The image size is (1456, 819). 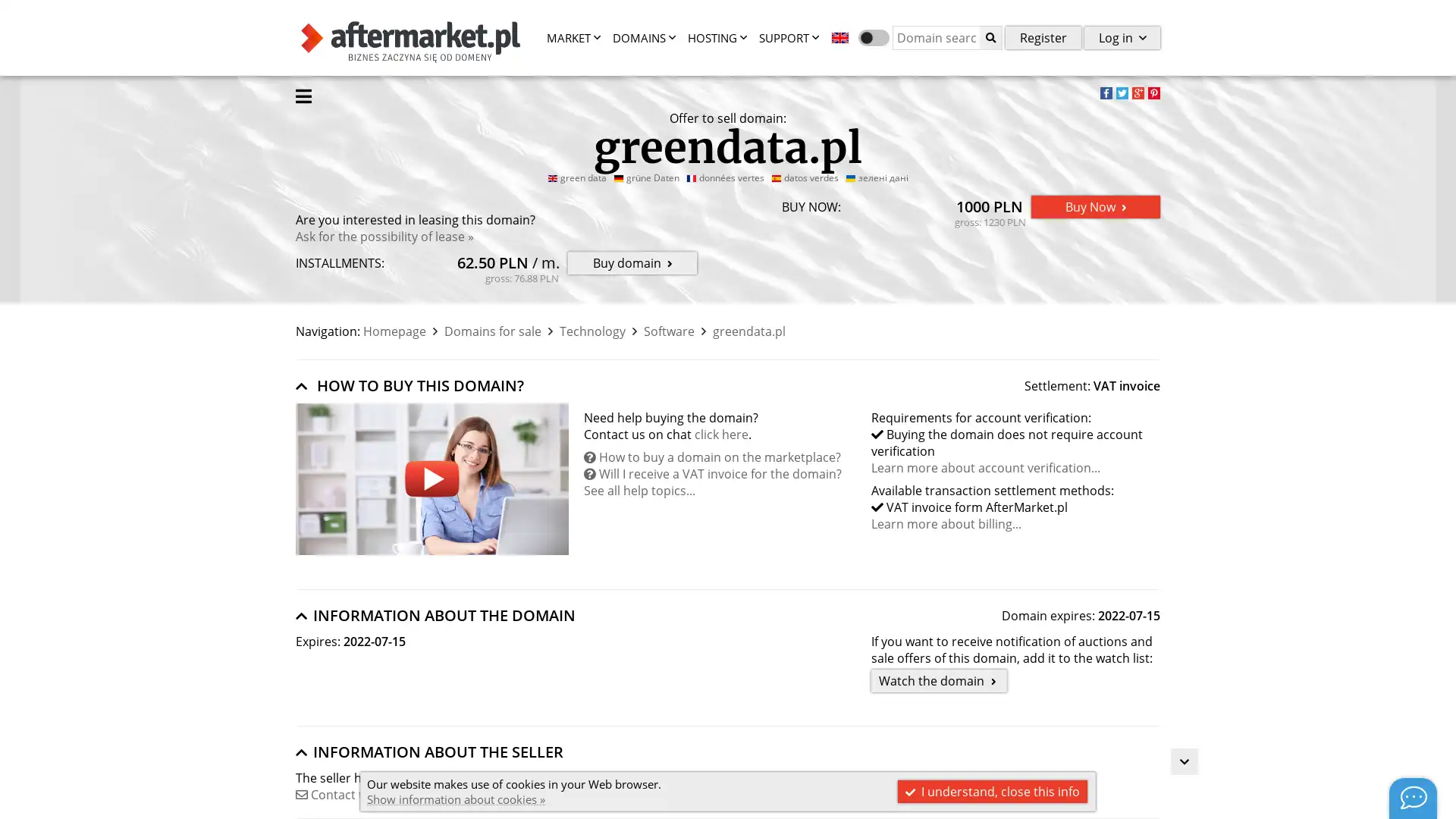 I want to click on Log in, so click(x=1122, y=36).